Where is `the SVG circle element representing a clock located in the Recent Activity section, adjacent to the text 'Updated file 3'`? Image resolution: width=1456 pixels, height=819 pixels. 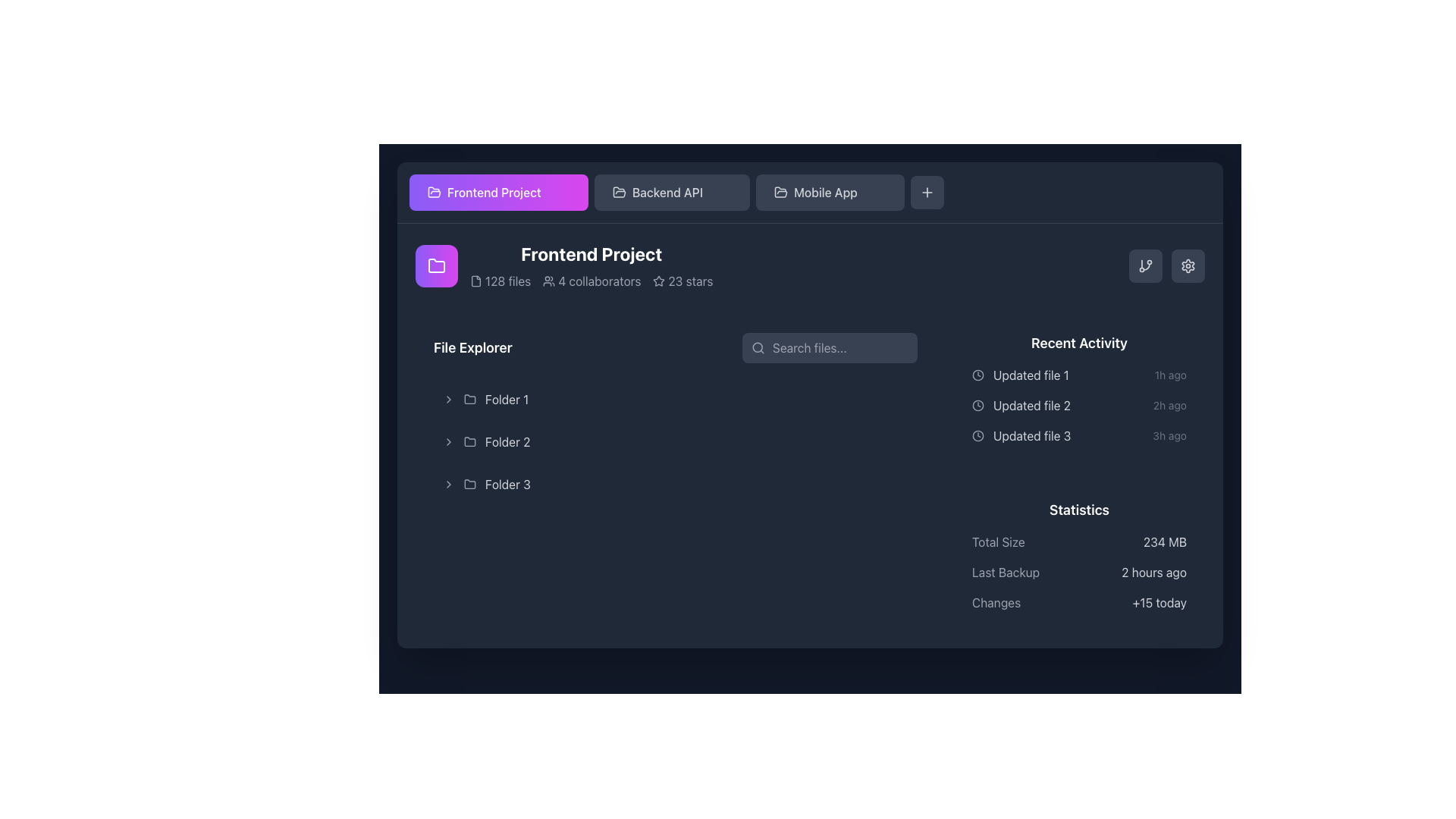
the SVG circle element representing a clock located in the Recent Activity section, adjacent to the text 'Updated file 3' is located at coordinates (978, 435).